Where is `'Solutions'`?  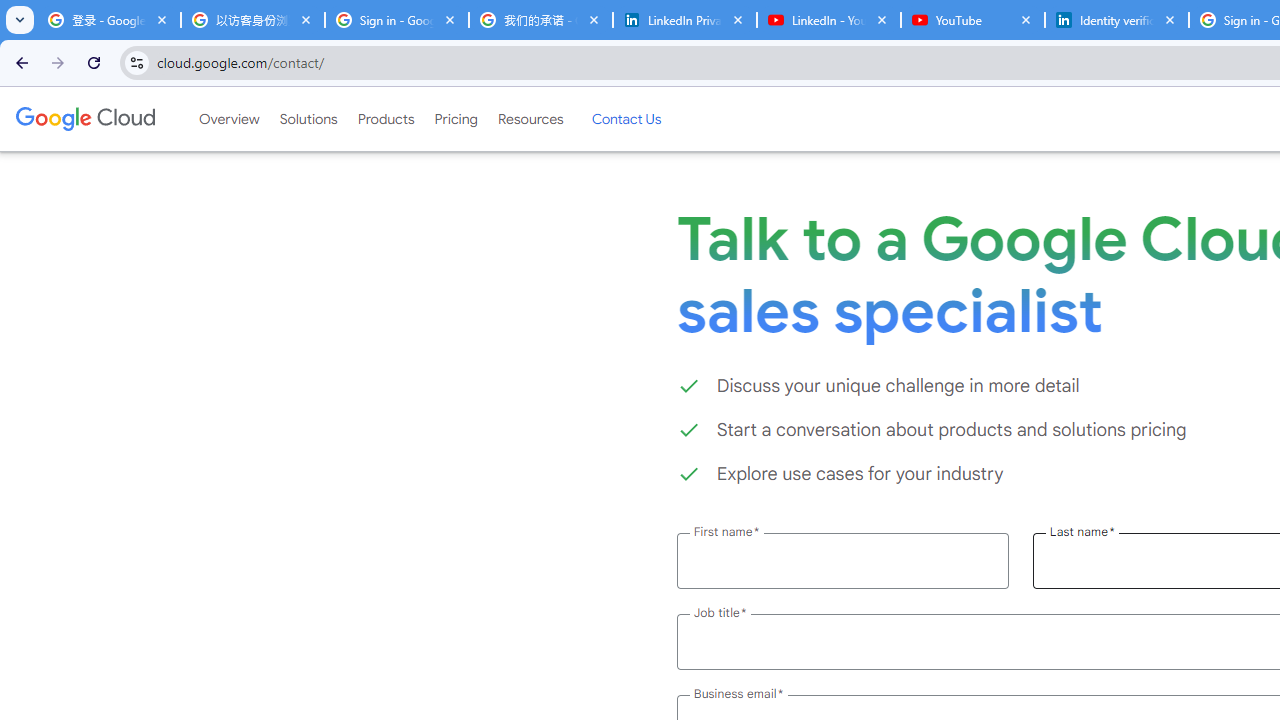 'Solutions' is located at coordinates (307, 119).